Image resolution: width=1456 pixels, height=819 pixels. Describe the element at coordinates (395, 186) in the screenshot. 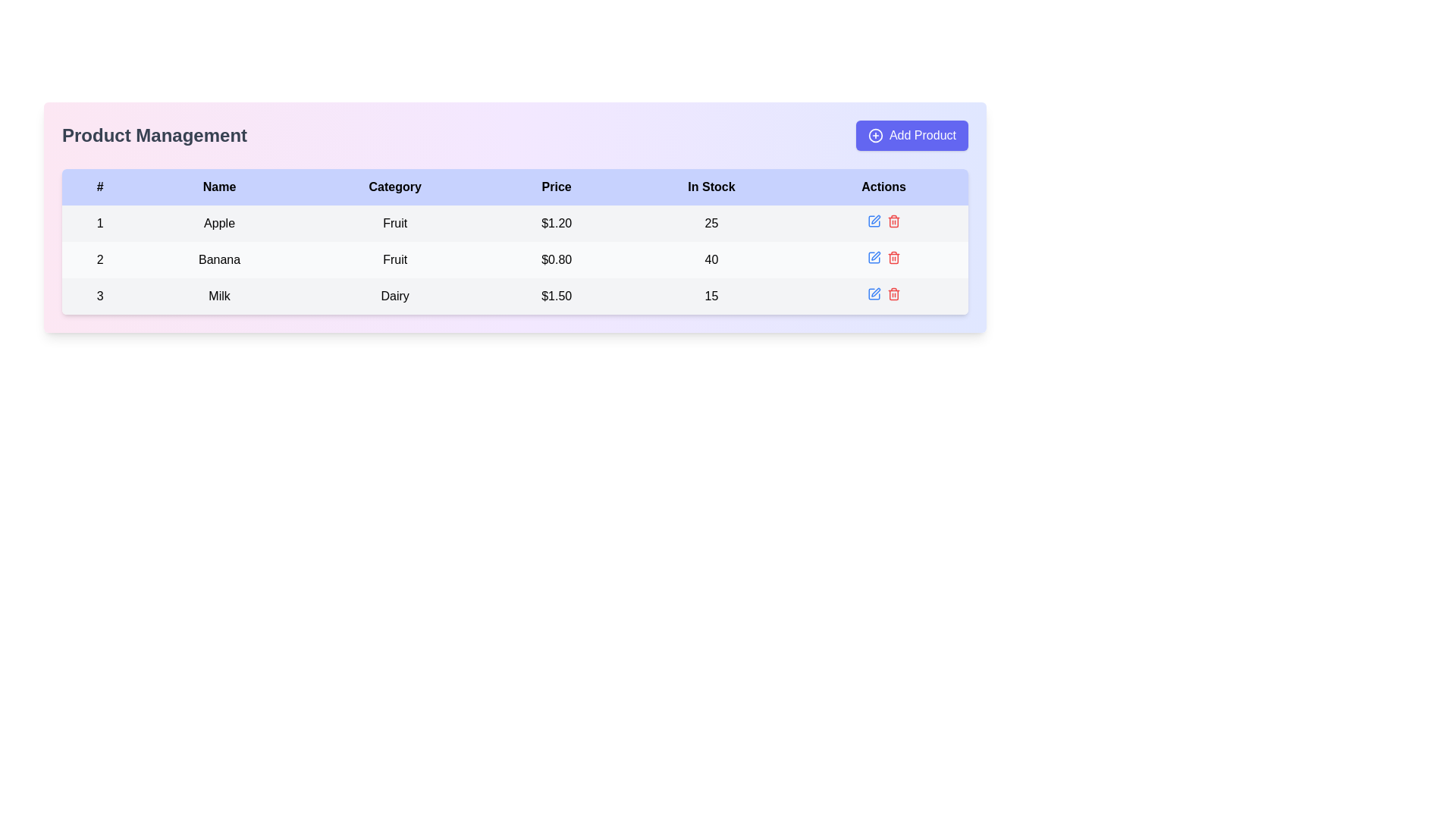

I see `the 'Category' label in the table header, which is the third column header, providing context for the data underneath it` at that location.